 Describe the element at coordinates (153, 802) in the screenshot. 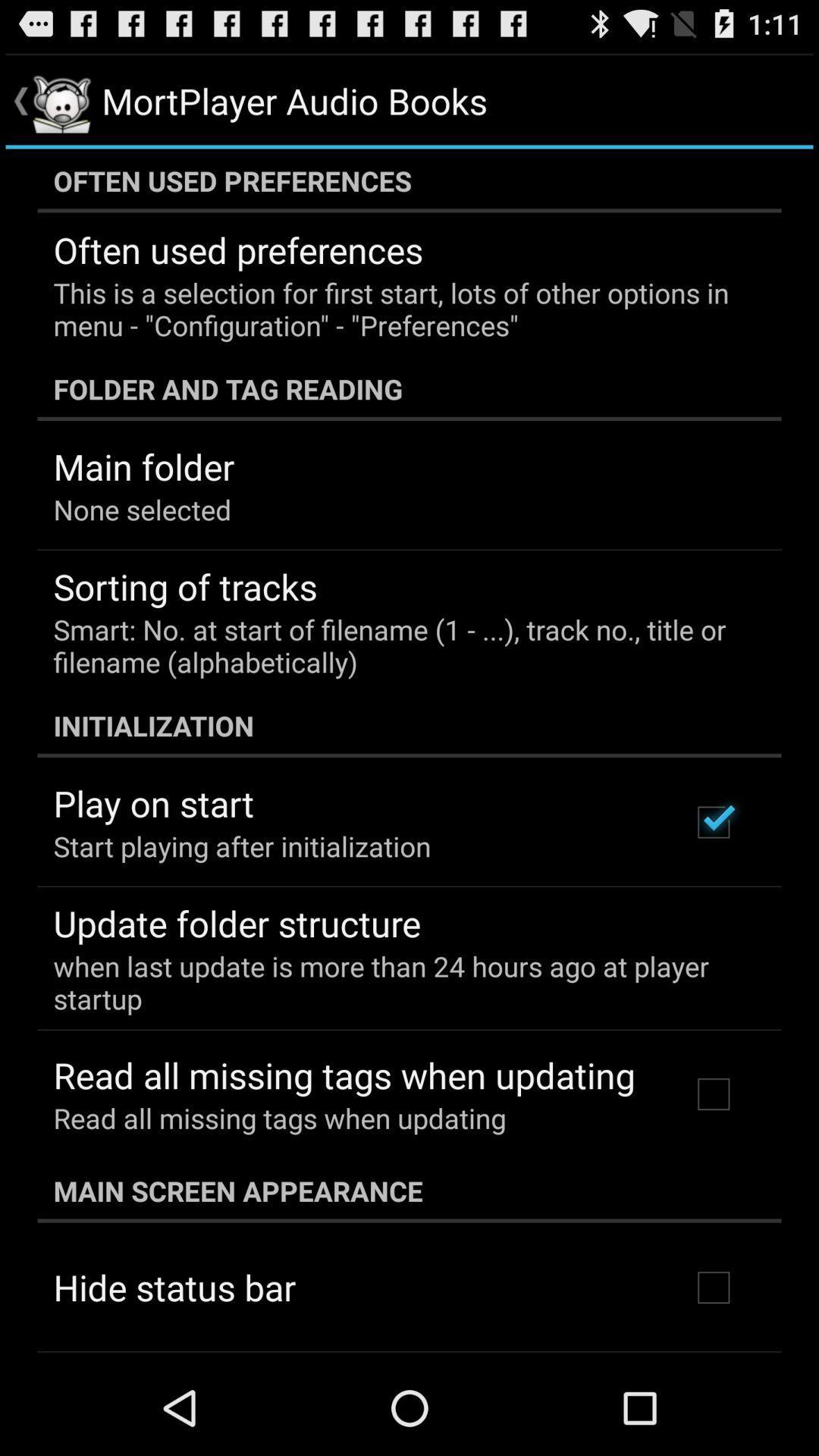

I see `the app below initialization app` at that location.